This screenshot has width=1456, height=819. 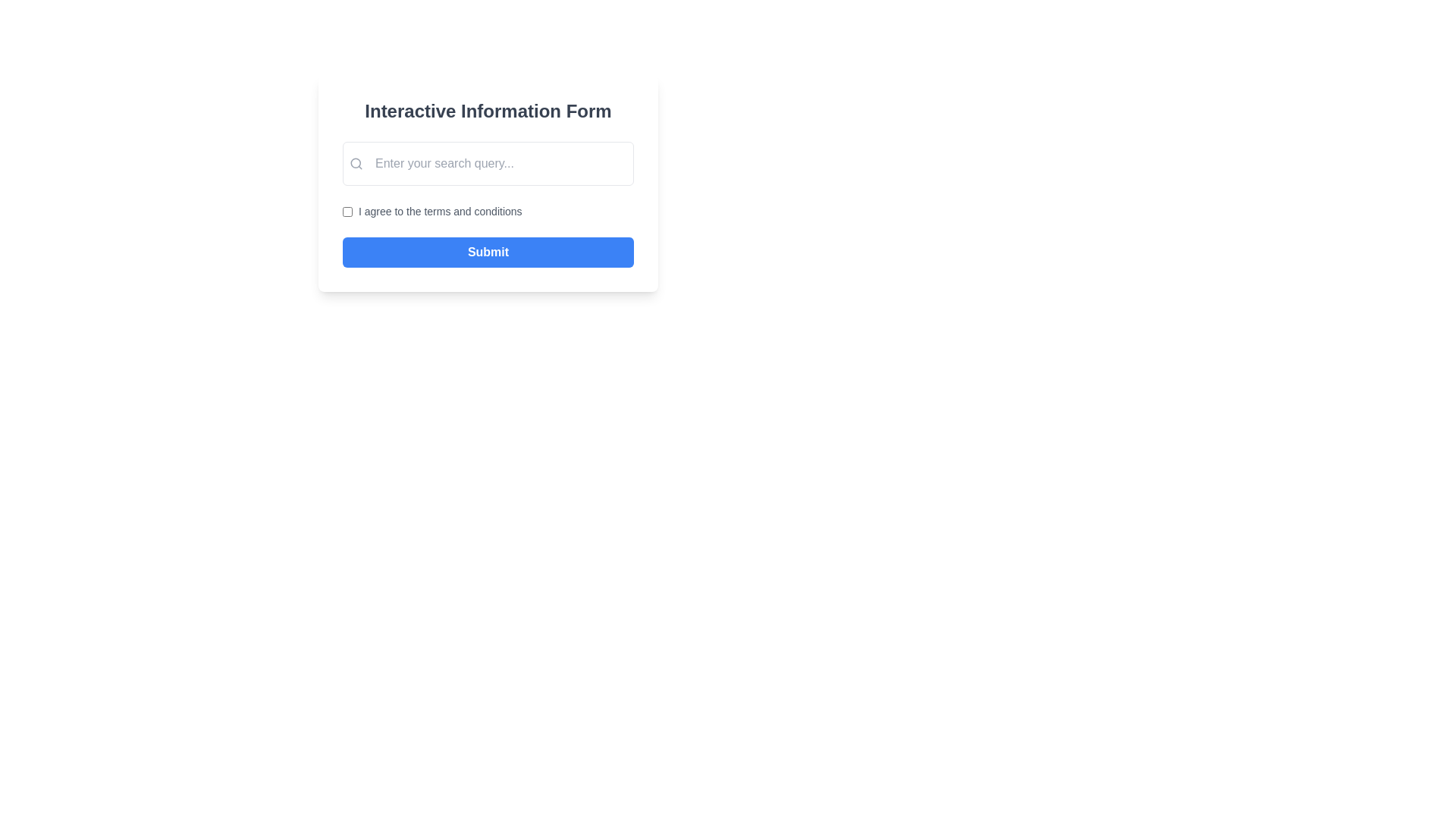 I want to click on on the Text Input Field with placeholder text 'Enter your search query...', so click(x=494, y=164).